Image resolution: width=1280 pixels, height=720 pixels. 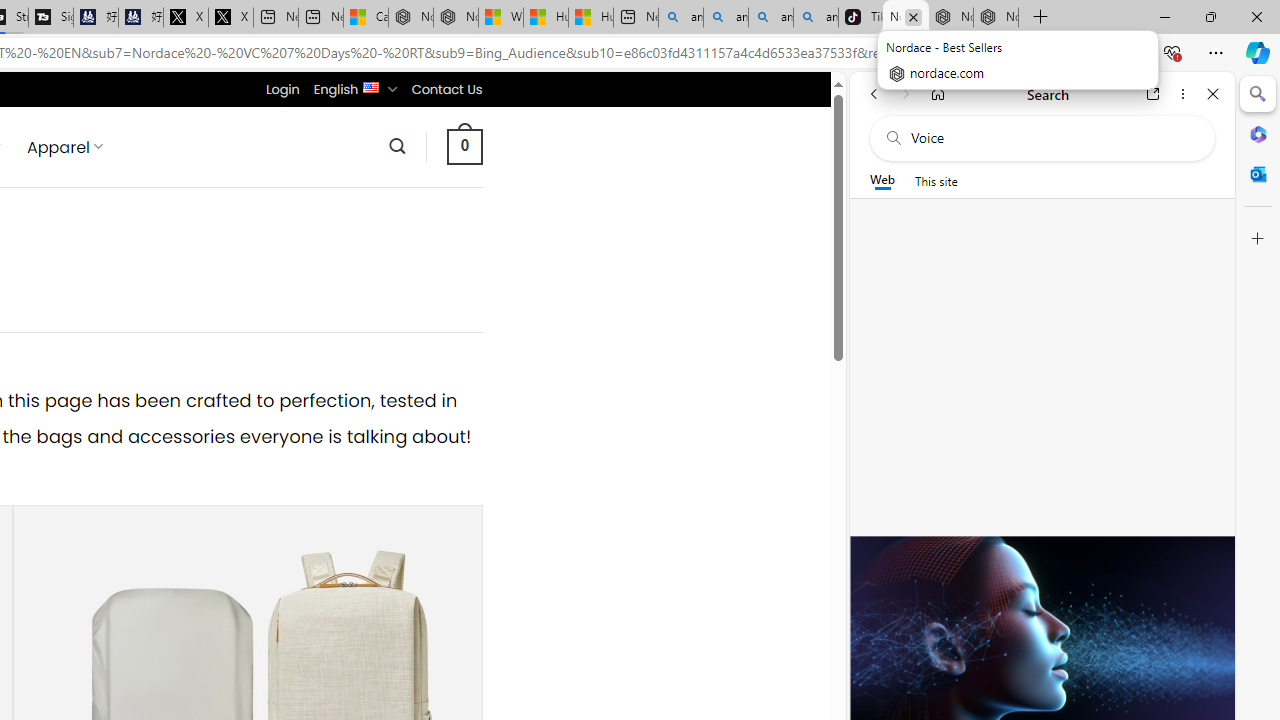 What do you see at coordinates (724, 17) in the screenshot?
I see `'amazon - Search'` at bounding box center [724, 17].